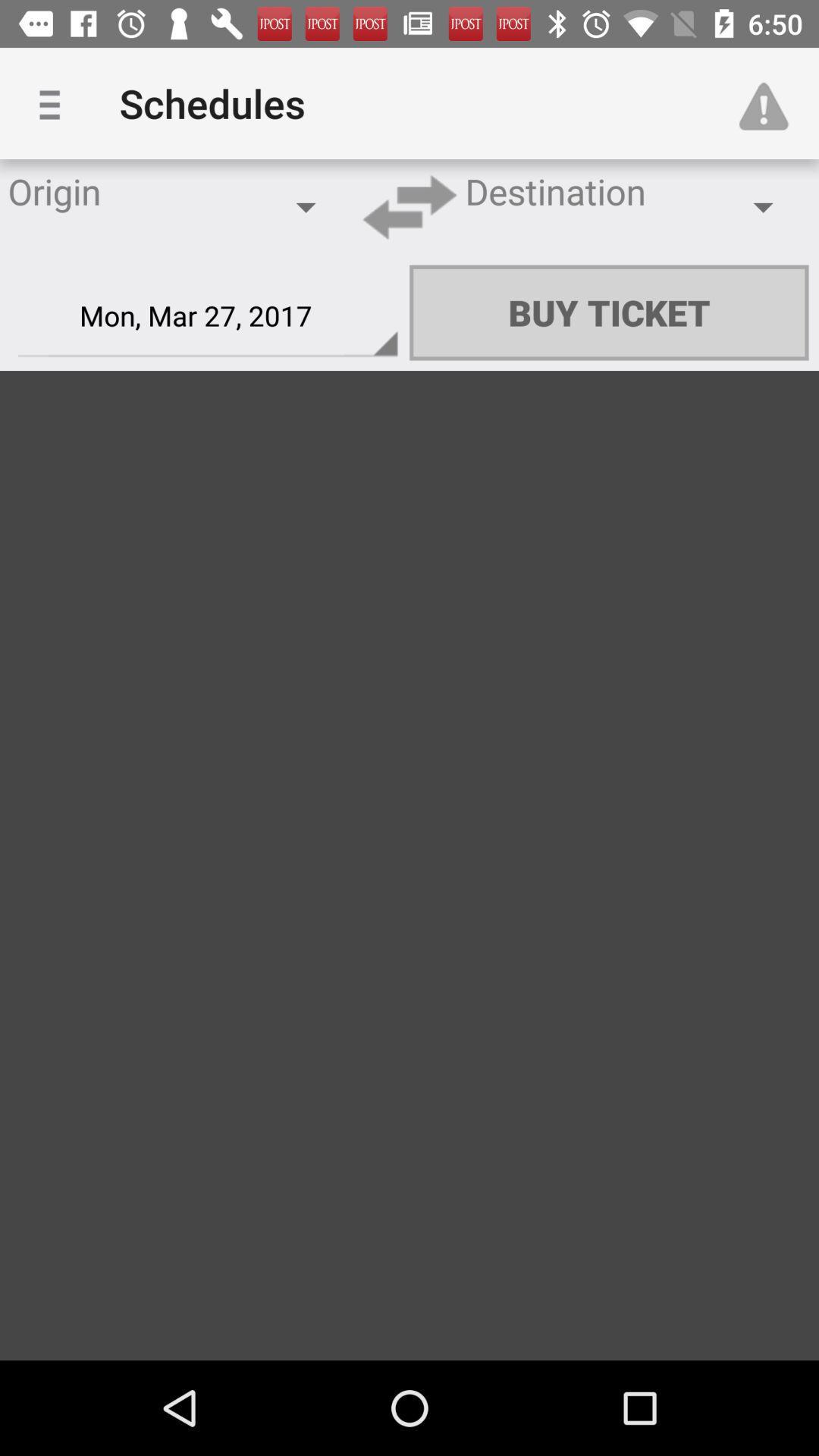  Describe the element at coordinates (208, 315) in the screenshot. I see `mon mar 27` at that location.